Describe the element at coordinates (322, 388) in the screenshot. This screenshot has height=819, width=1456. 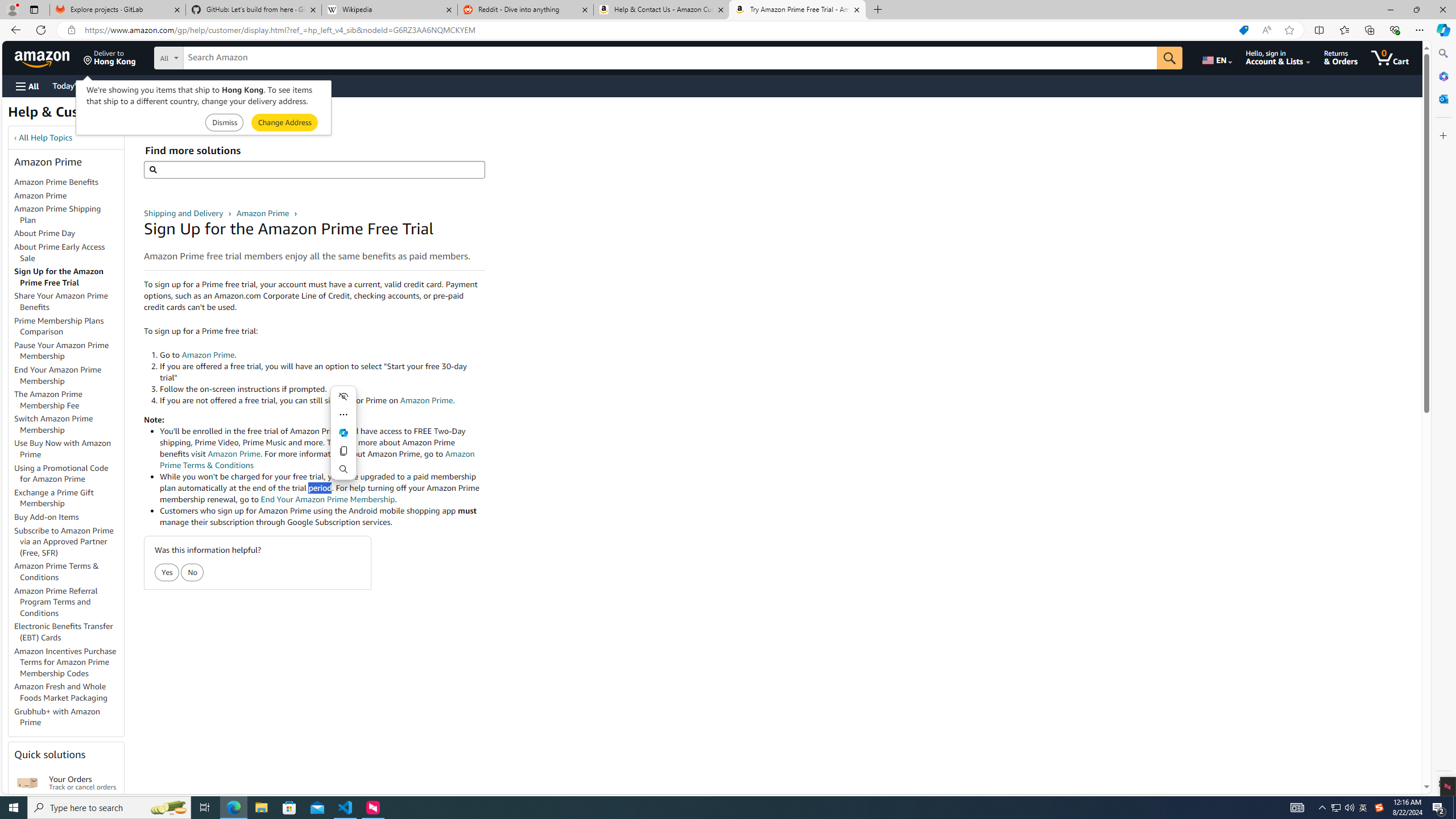
I see `'Follow the on-screen instructions if prompted.'` at that location.